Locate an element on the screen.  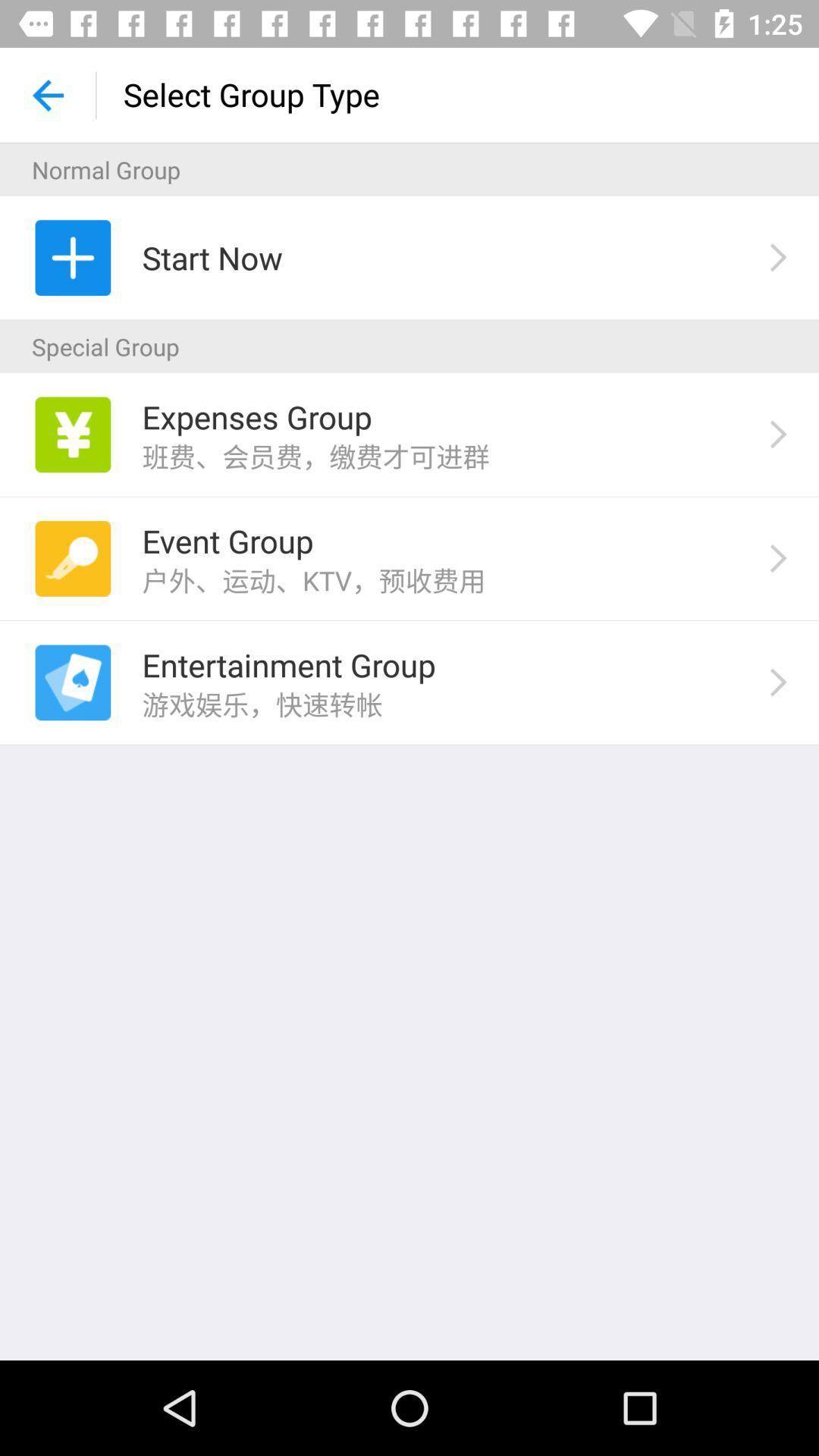
the right arrow beside start now is located at coordinates (778, 258).